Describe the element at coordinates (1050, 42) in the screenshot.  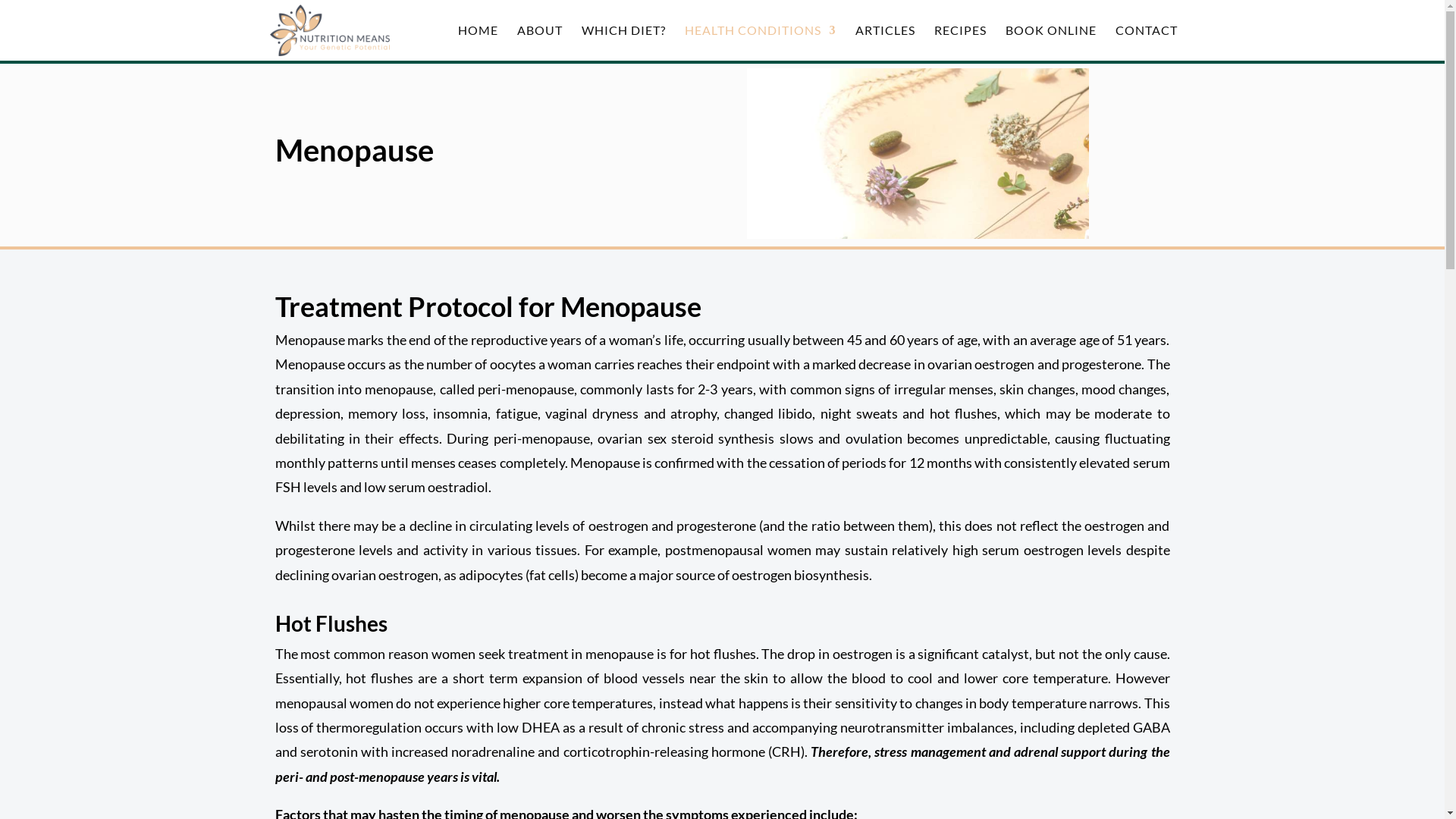
I see `'BOOK ONLINE'` at that location.